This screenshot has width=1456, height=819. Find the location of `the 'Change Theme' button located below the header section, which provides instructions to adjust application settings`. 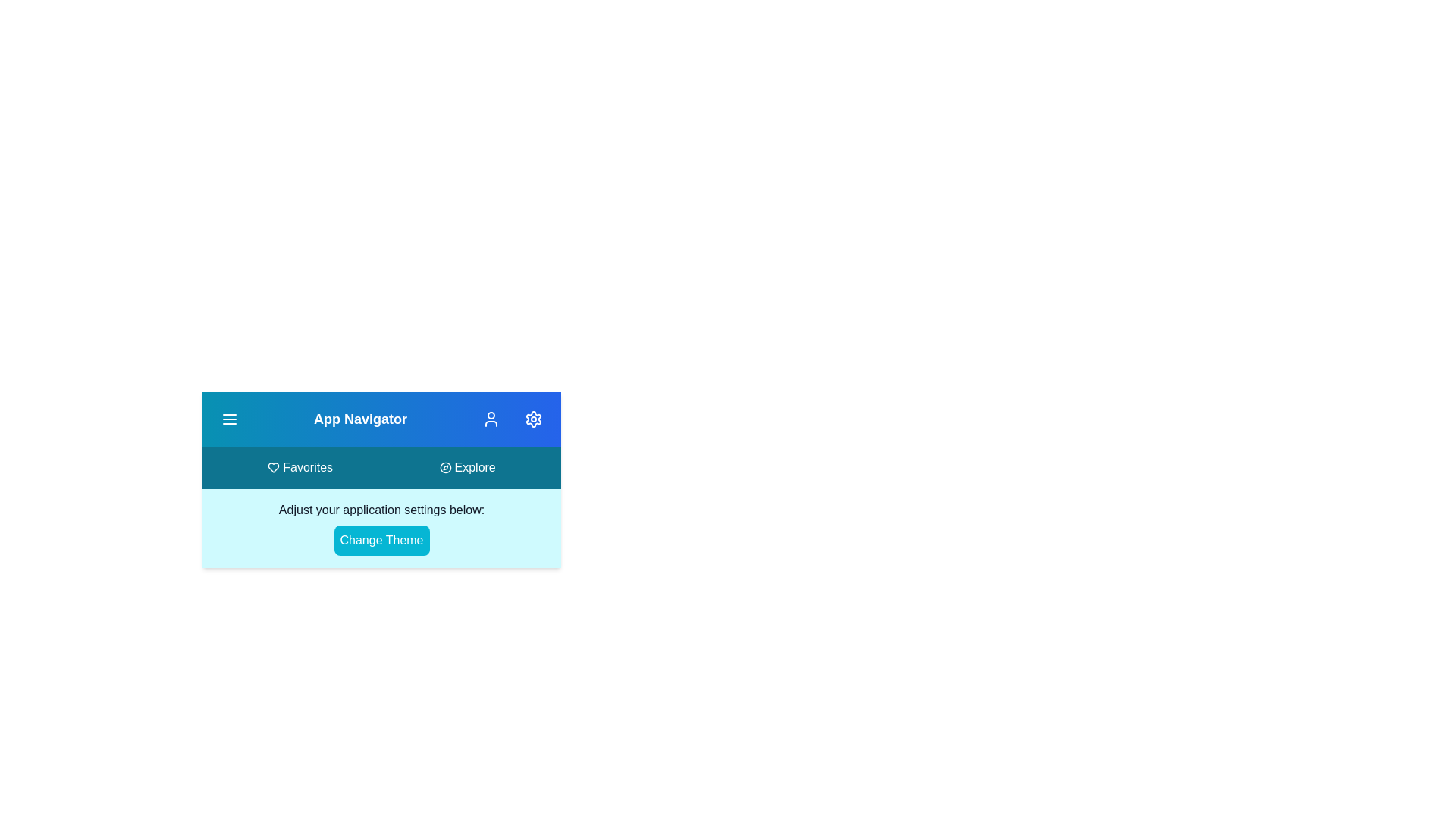

the 'Change Theme' button located below the header section, which provides instructions to adjust application settings is located at coordinates (381, 528).